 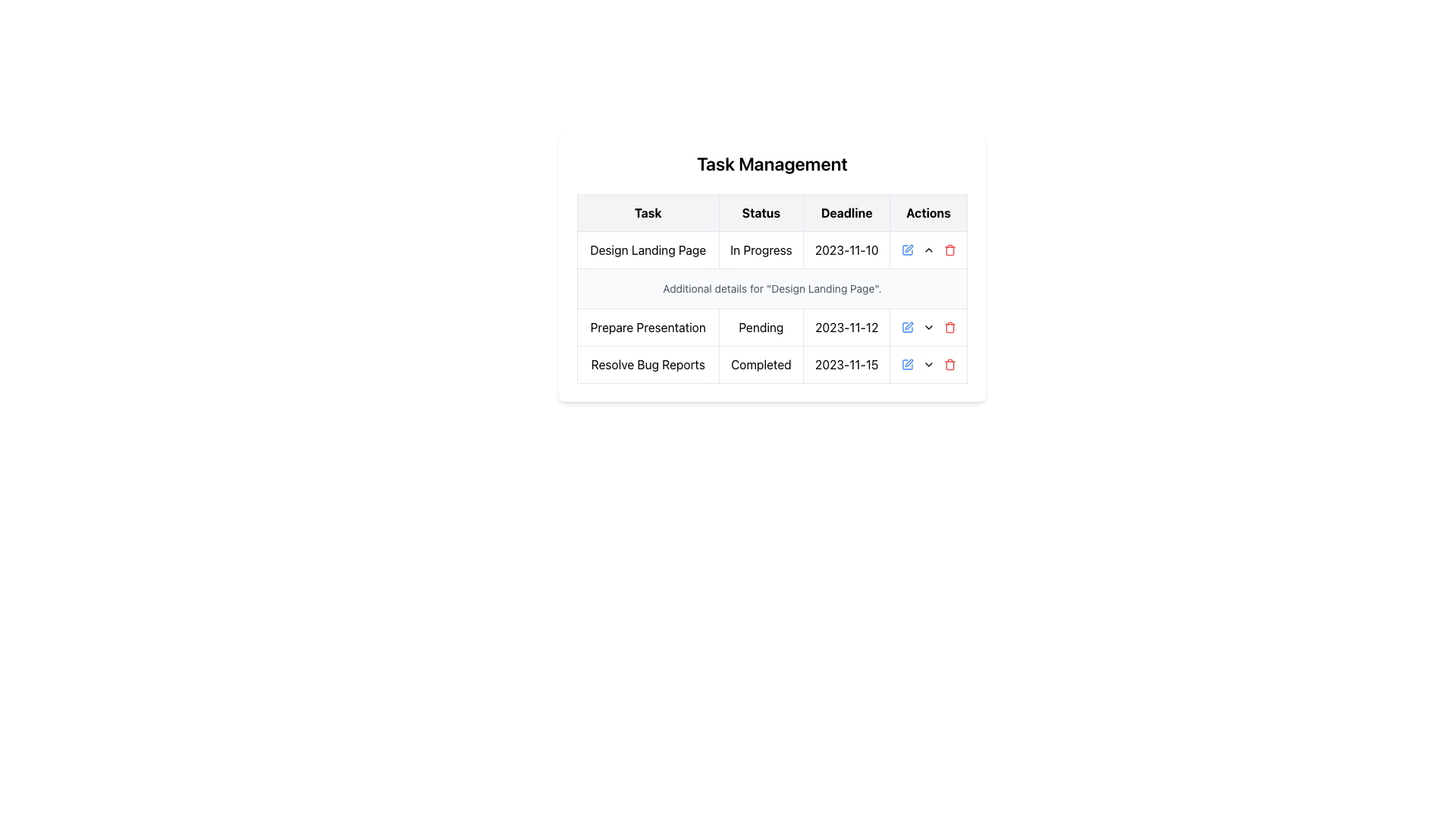 I want to click on the Text Label that displays the current status of the task 'Resolve Bug Reports' in the 'Status' column of the table, so click(x=761, y=365).